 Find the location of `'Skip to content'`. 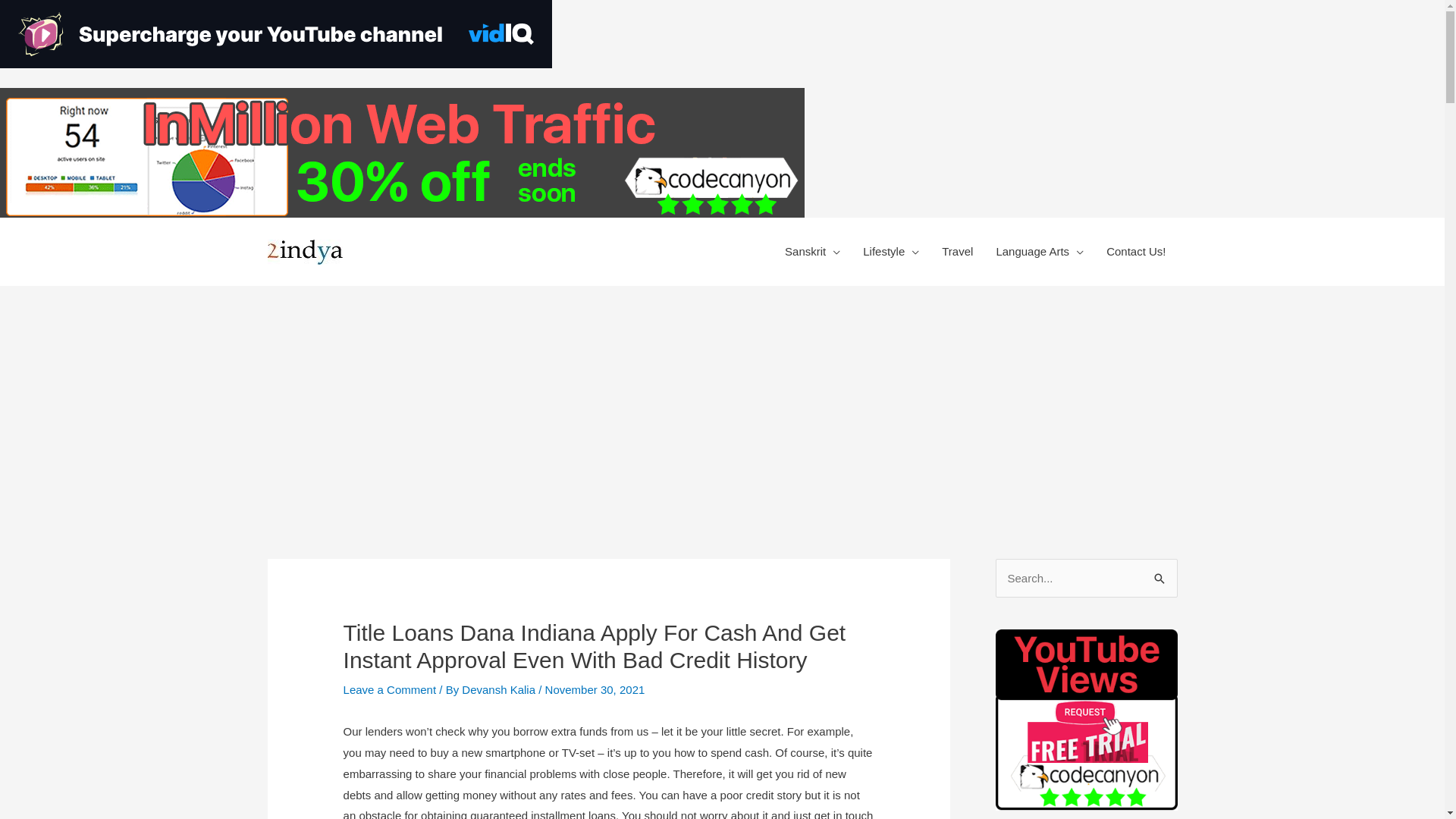

'Skip to content' is located at coordinates (803, 87).